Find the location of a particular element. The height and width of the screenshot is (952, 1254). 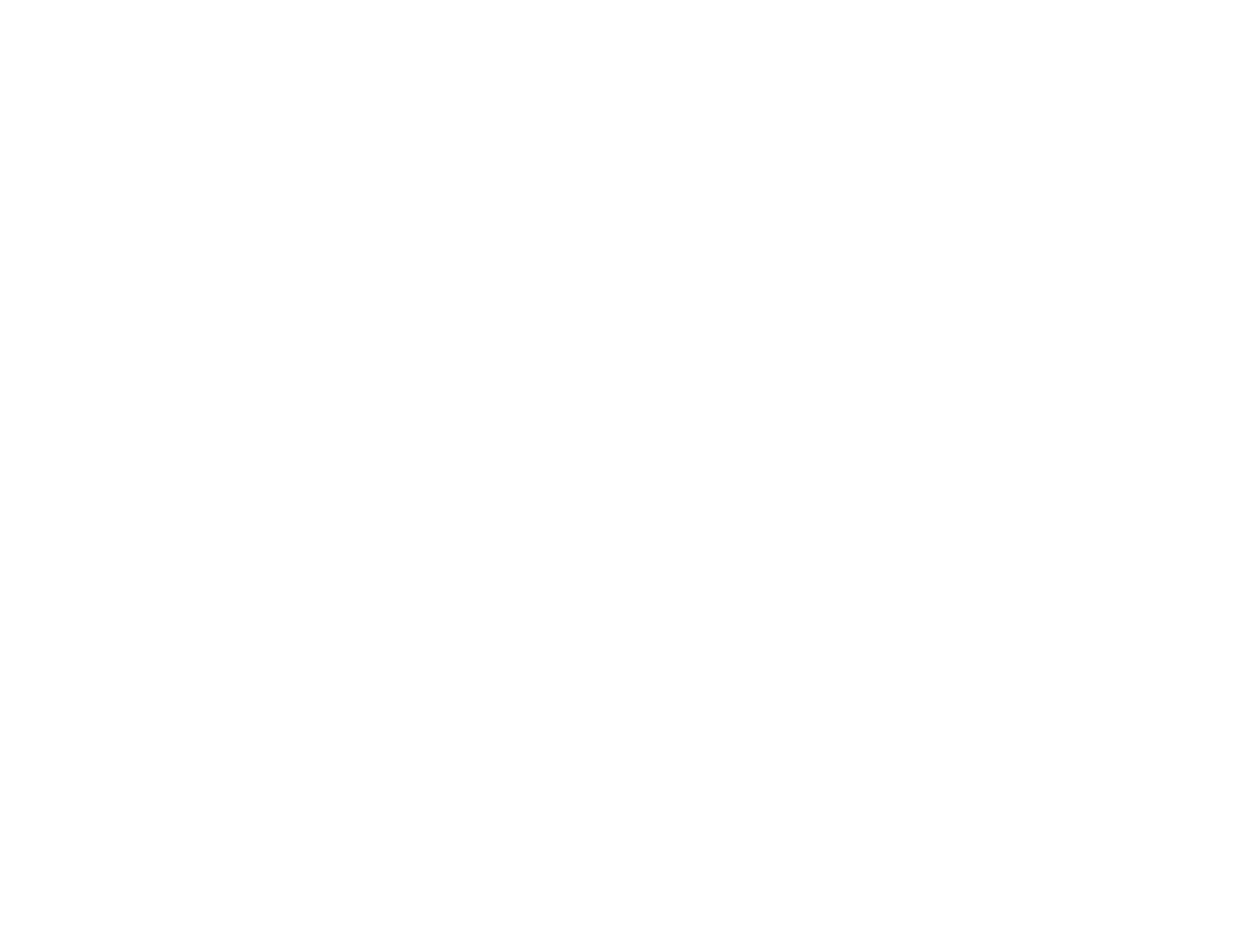

'Subject' is located at coordinates (191, 685).